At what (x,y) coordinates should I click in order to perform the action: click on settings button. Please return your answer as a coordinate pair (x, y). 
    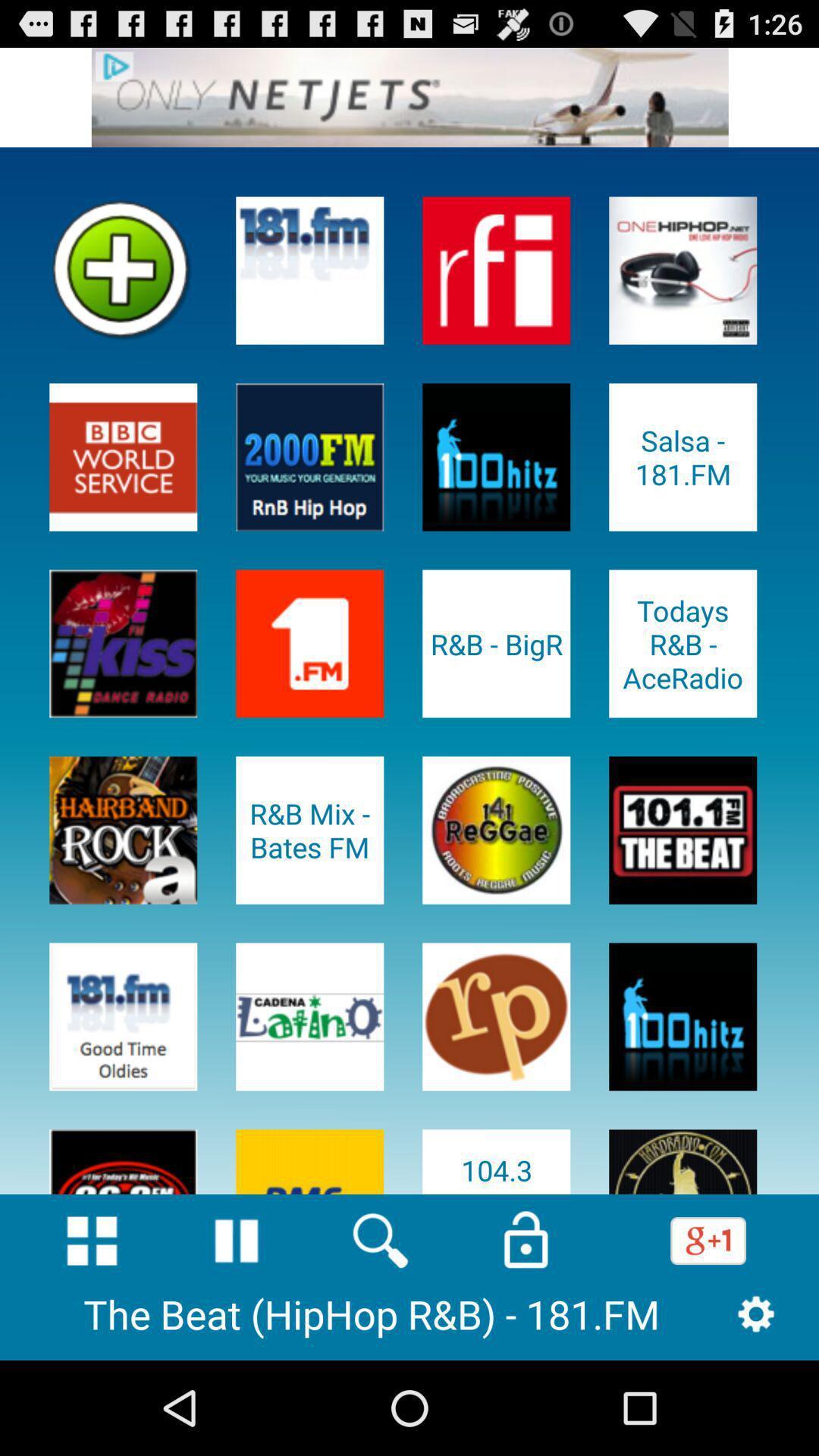
    Looking at the image, I should click on (756, 1313).